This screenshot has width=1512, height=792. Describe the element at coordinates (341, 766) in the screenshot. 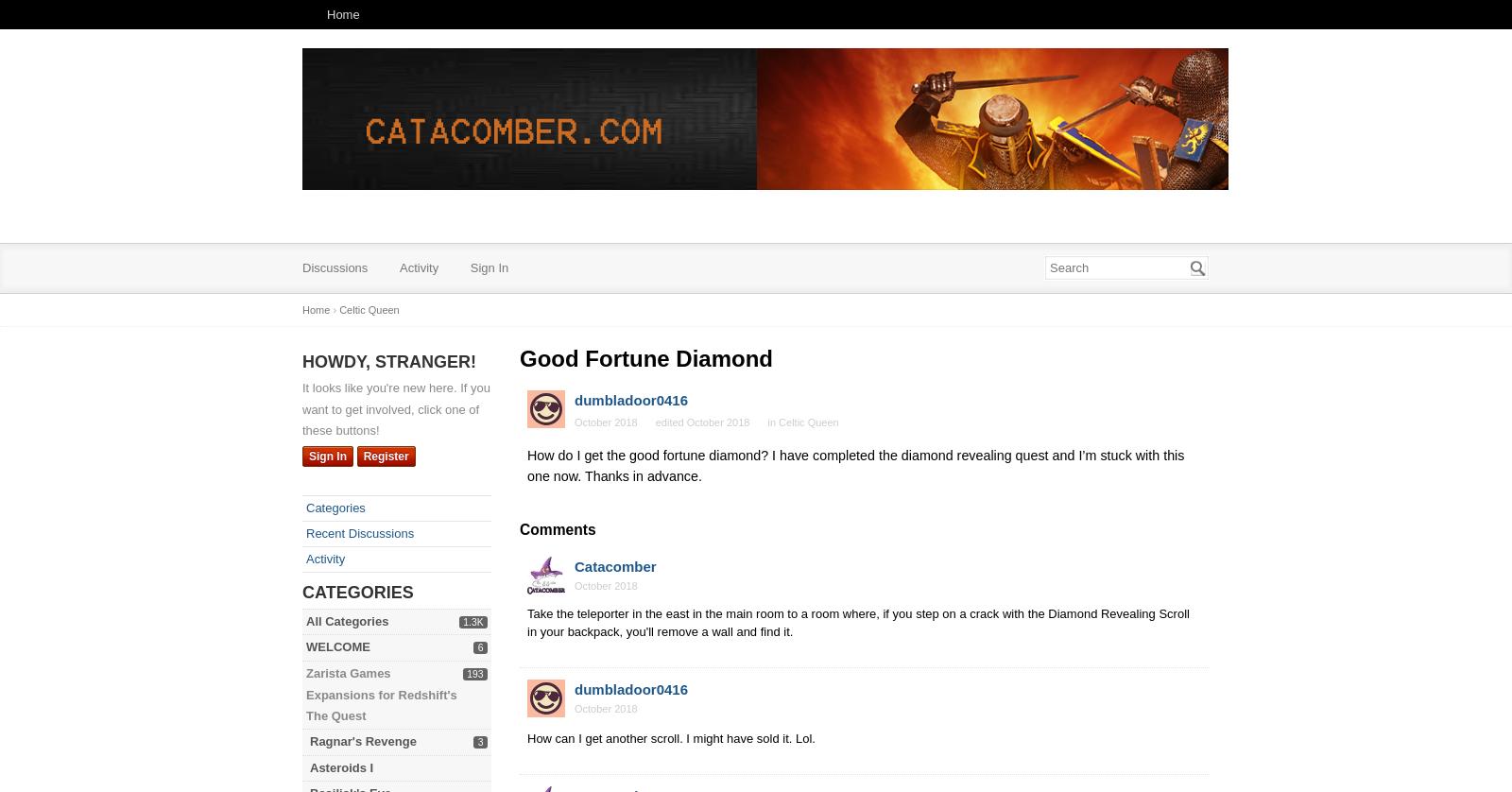

I see `'Asteroids I'` at that location.